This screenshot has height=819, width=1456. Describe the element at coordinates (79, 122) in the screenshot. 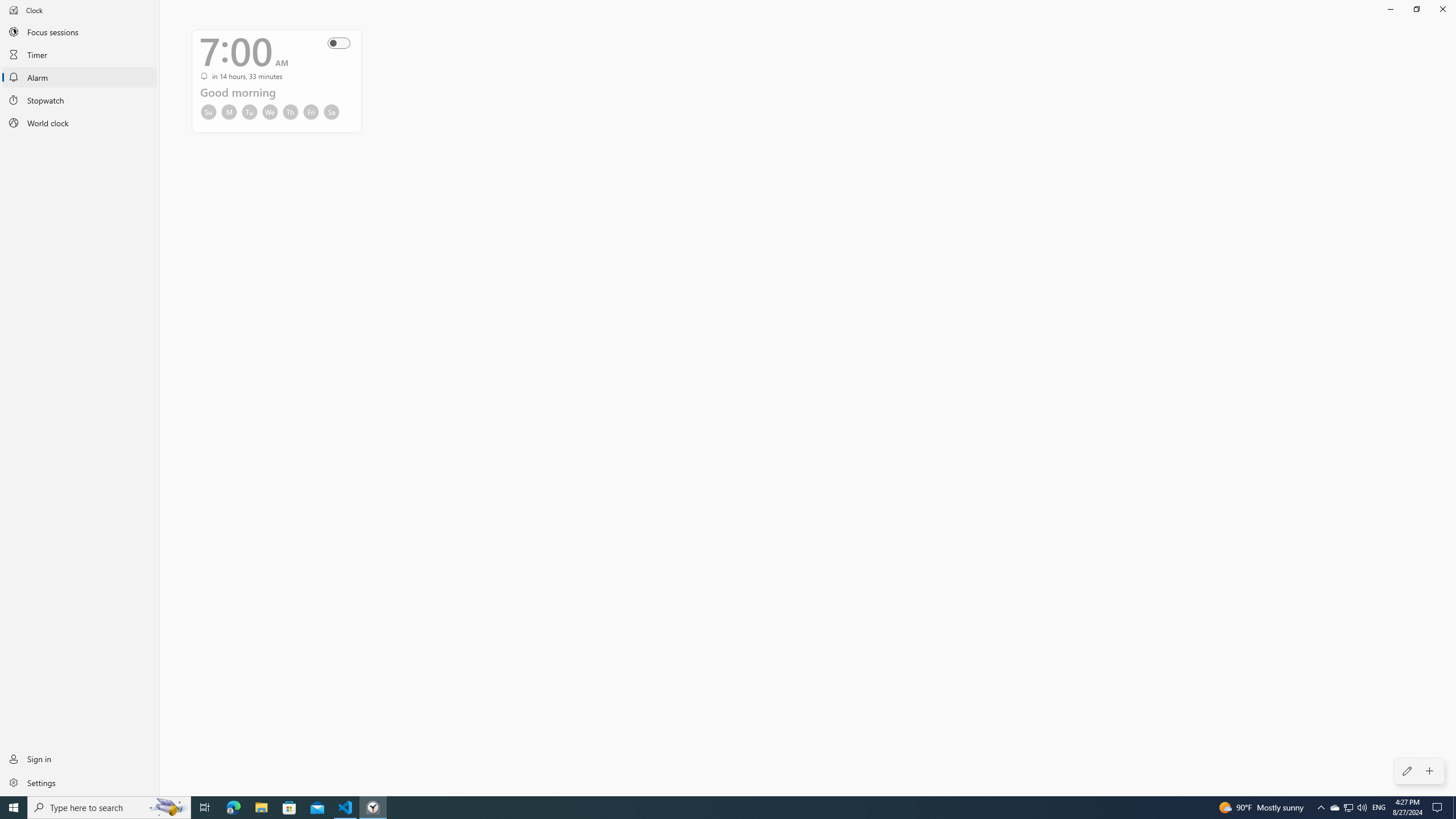

I see `'World clock'` at that location.